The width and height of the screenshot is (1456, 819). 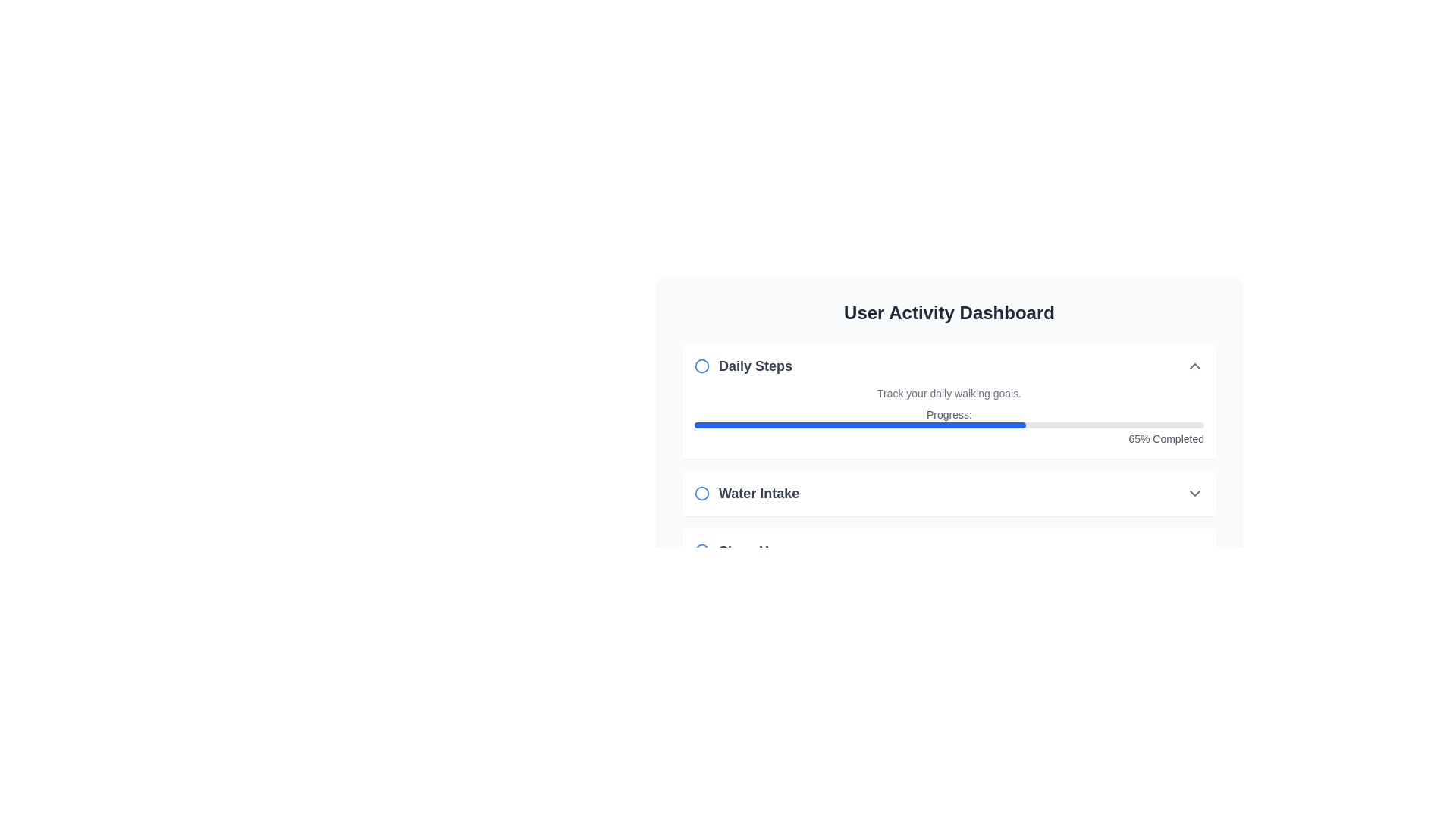 I want to click on the circular SVG icon, which is the third sibling among 'Daily Steps' and 'Water Intake' items in the bottom-left part of the UI panel, so click(x=701, y=551).